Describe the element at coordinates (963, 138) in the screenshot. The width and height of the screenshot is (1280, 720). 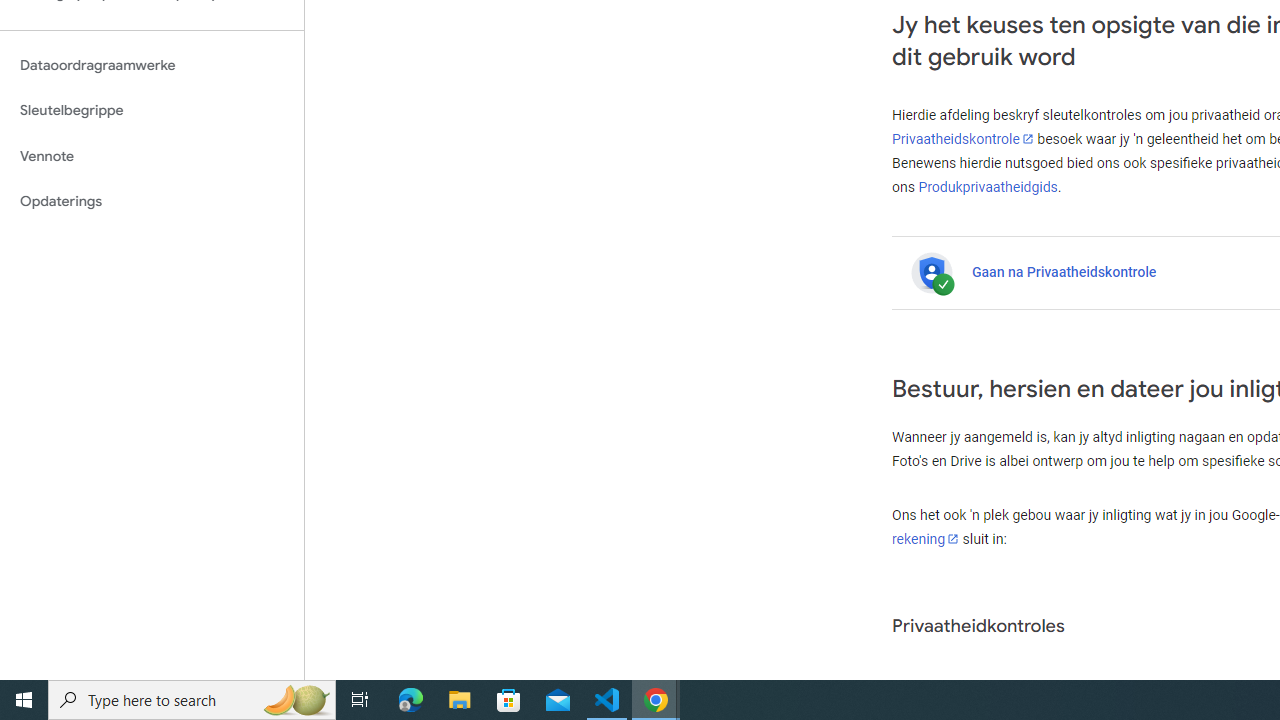
I see `'Privaatheidskontrole'` at that location.